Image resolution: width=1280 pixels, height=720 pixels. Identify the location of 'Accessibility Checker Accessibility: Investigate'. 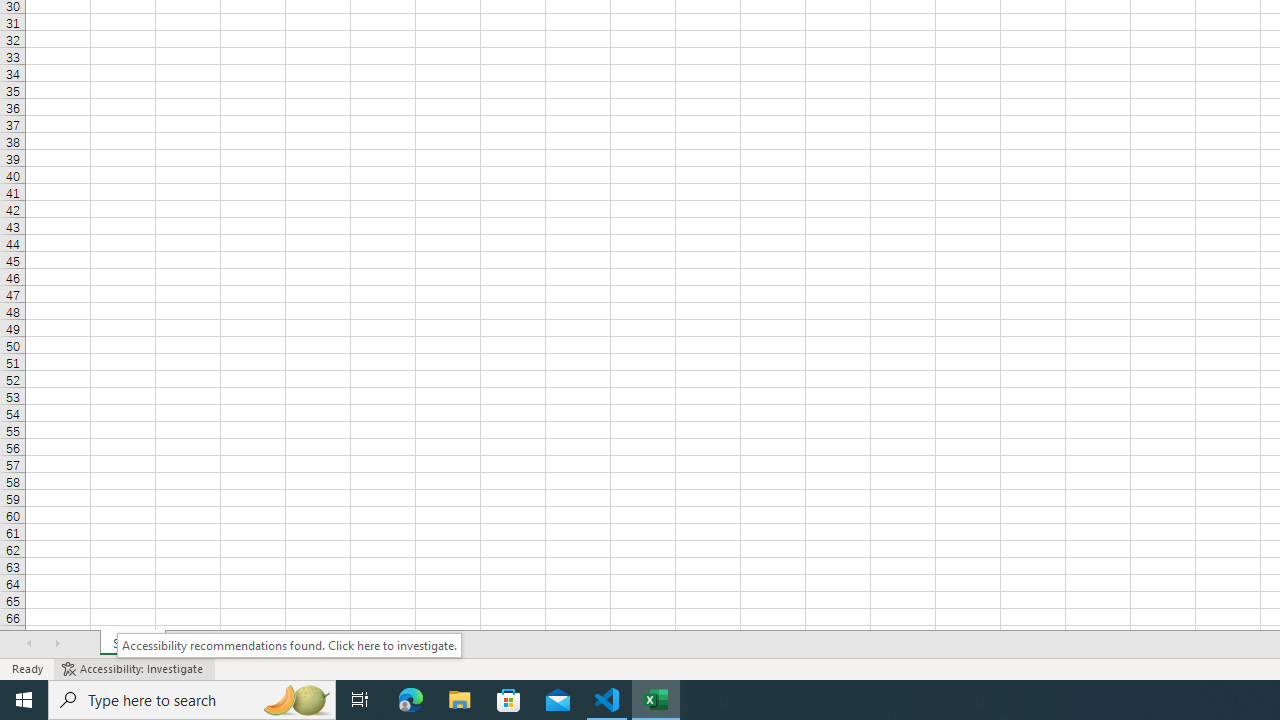
(133, 669).